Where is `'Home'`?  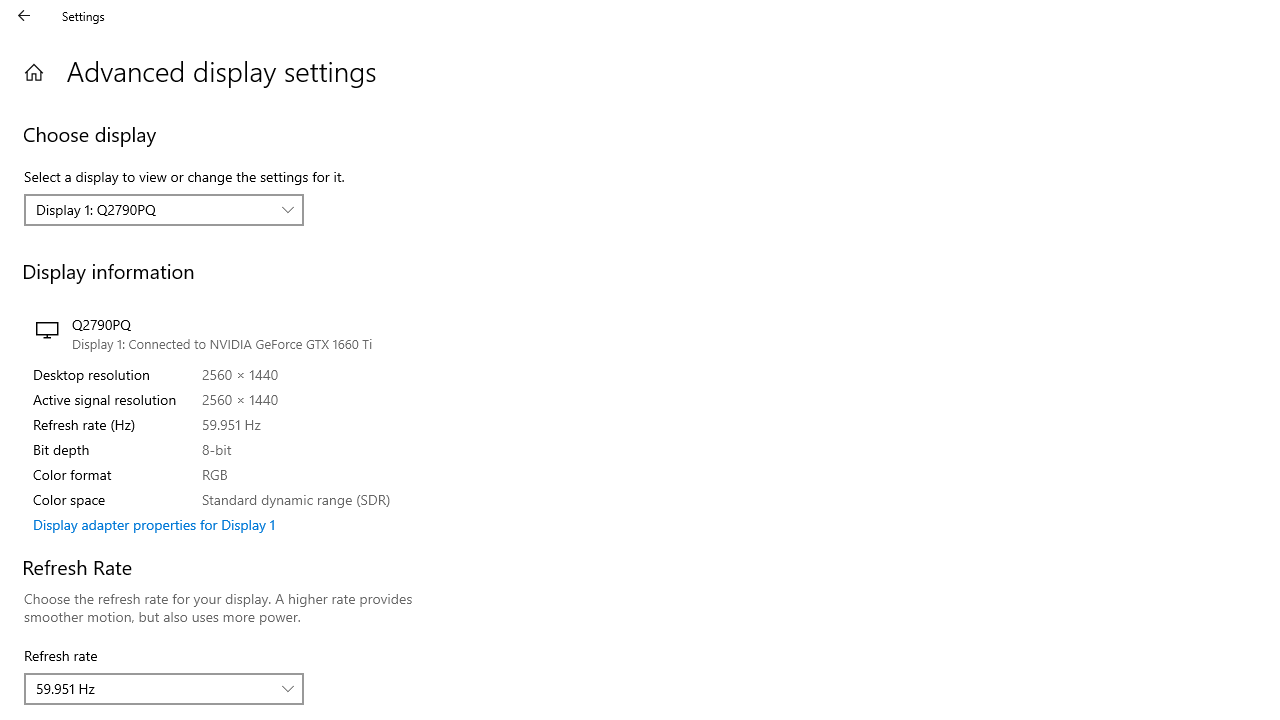
'Home' is located at coordinates (33, 71).